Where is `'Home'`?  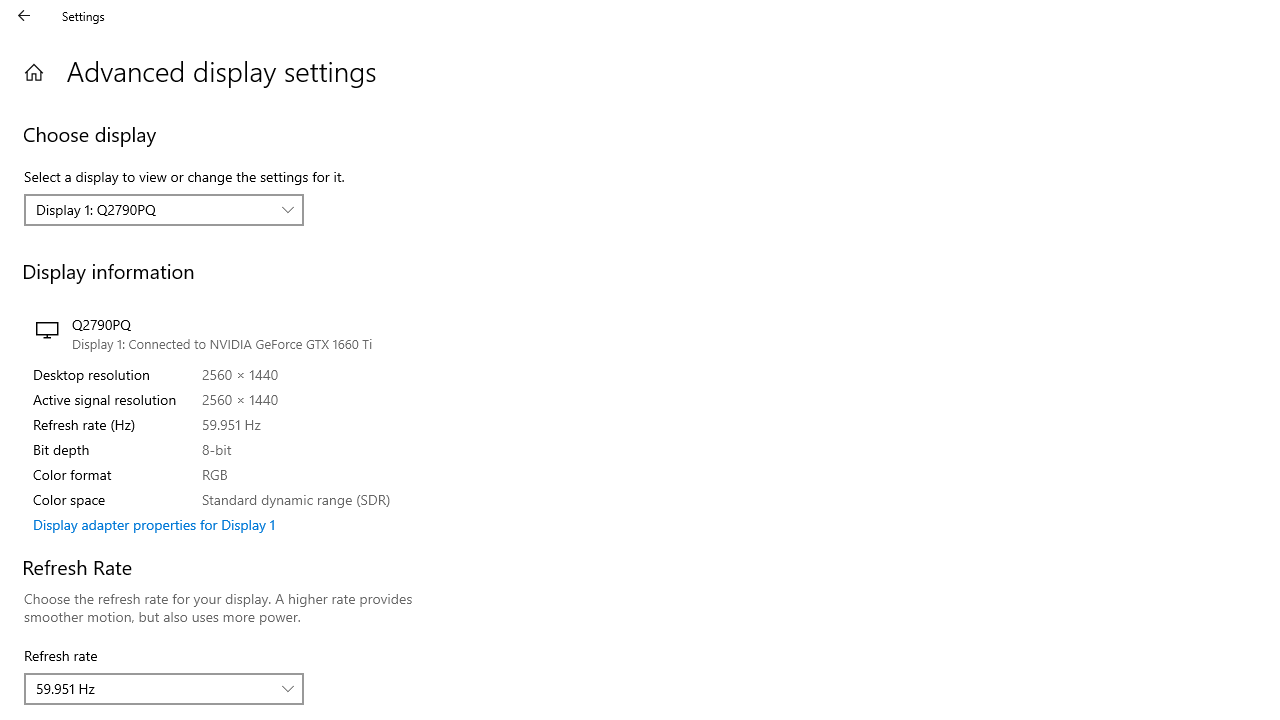
'Home' is located at coordinates (33, 71).